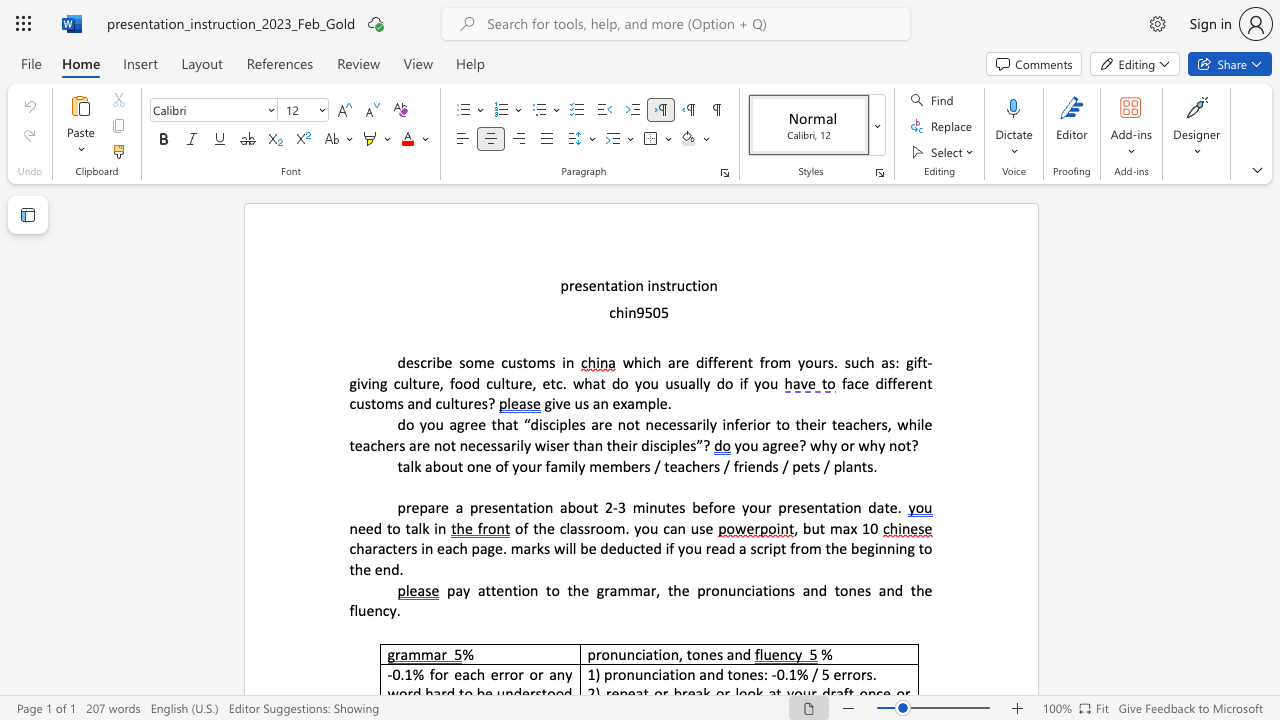 The width and height of the screenshot is (1280, 720). I want to click on the subset text "tion about" within the text "prepare a presentation about 2", so click(527, 506).